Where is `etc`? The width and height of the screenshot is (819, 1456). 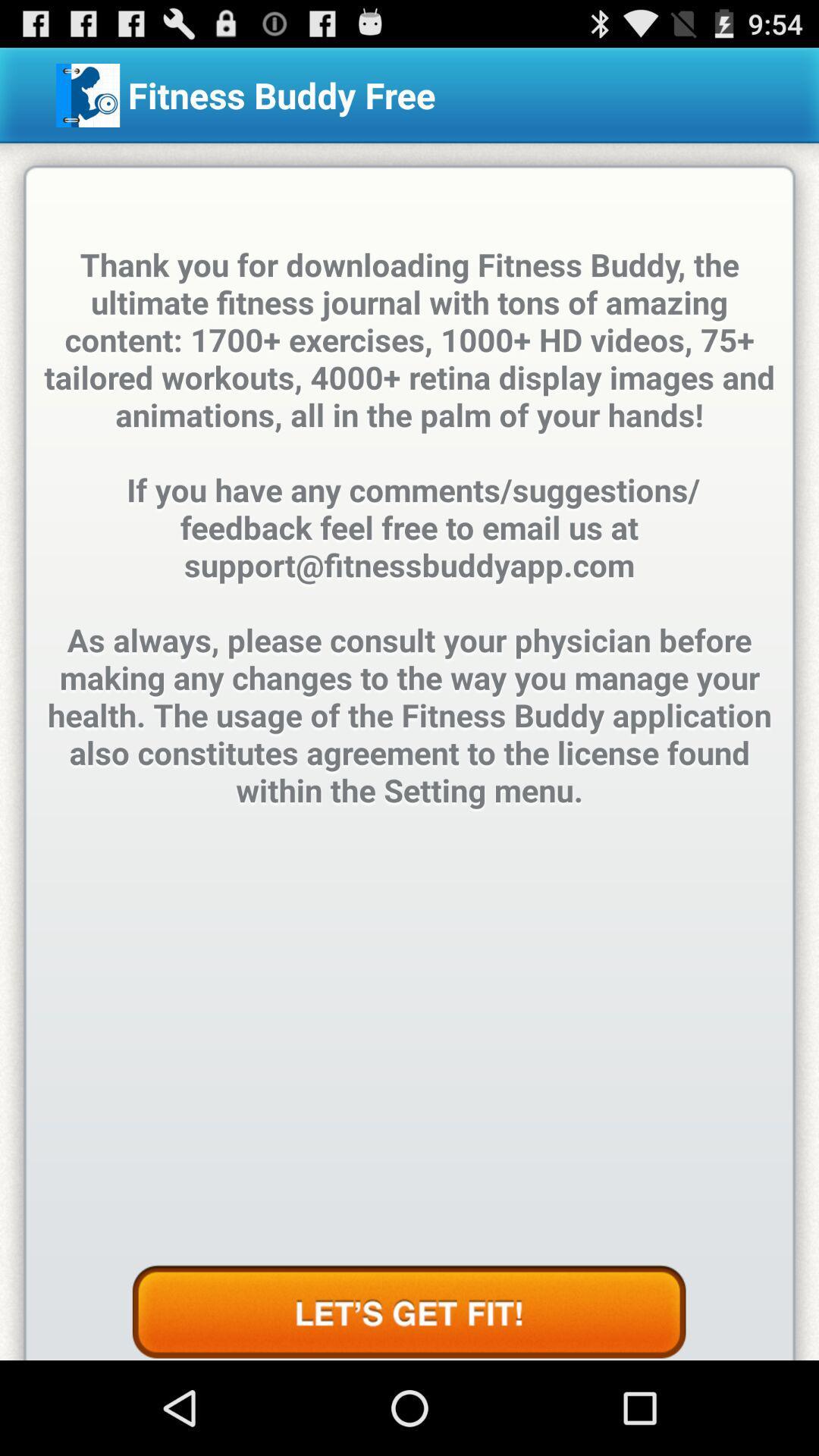 etc is located at coordinates (408, 1312).